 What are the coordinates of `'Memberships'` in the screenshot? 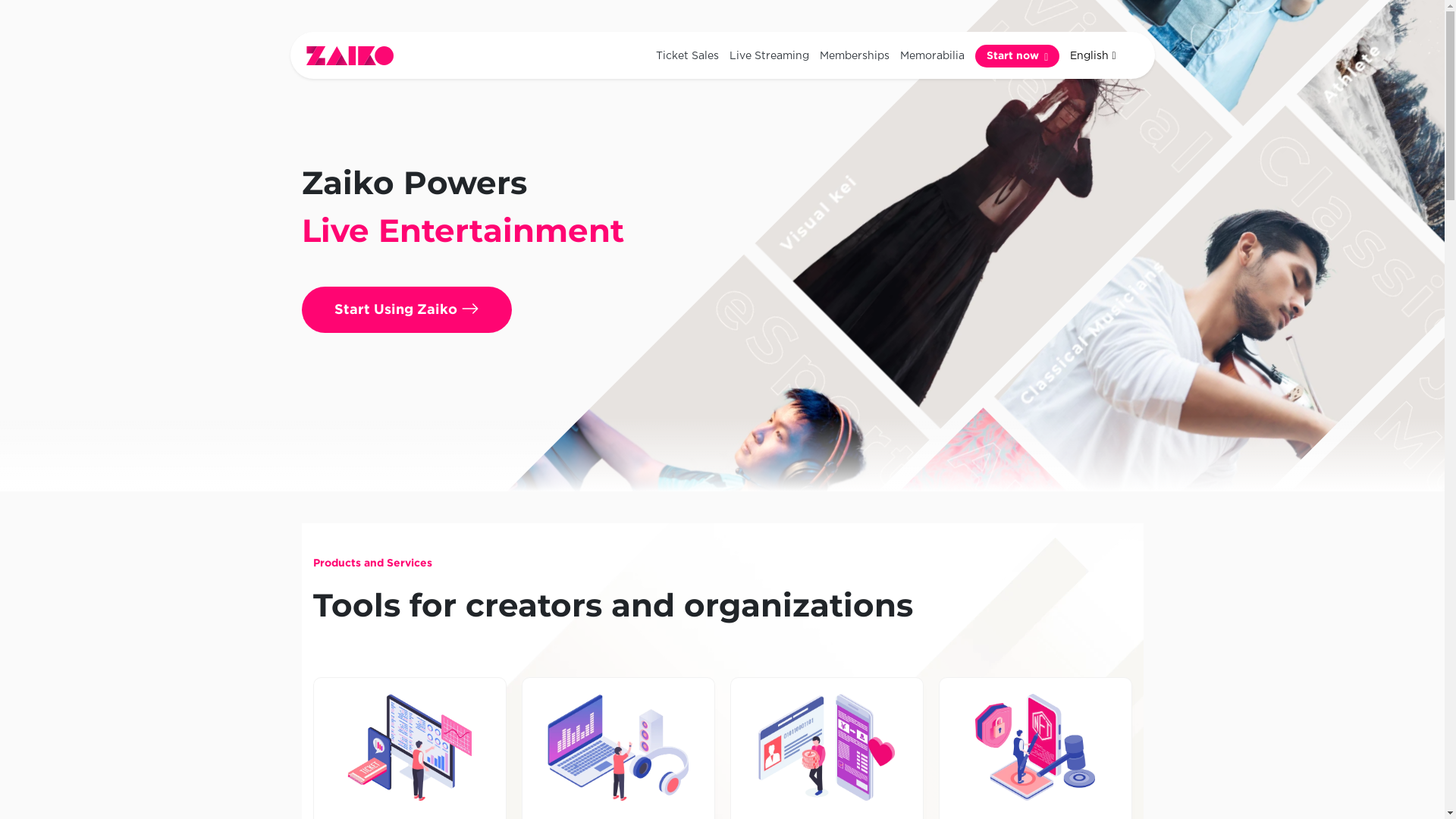 It's located at (855, 55).